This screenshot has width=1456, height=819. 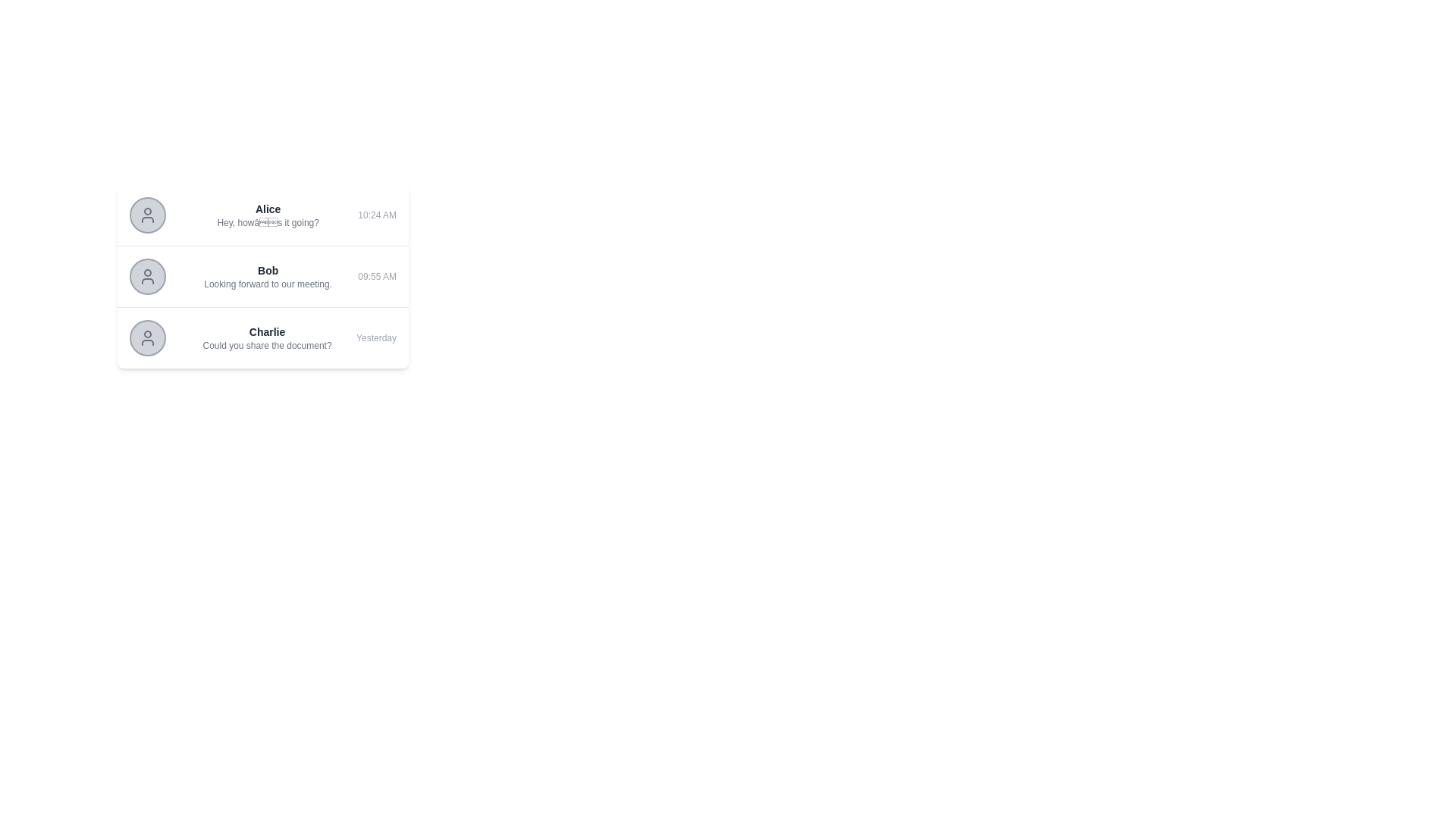 I want to click on the circular avatar placeholder for user 'Bob', so click(x=148, y=277).